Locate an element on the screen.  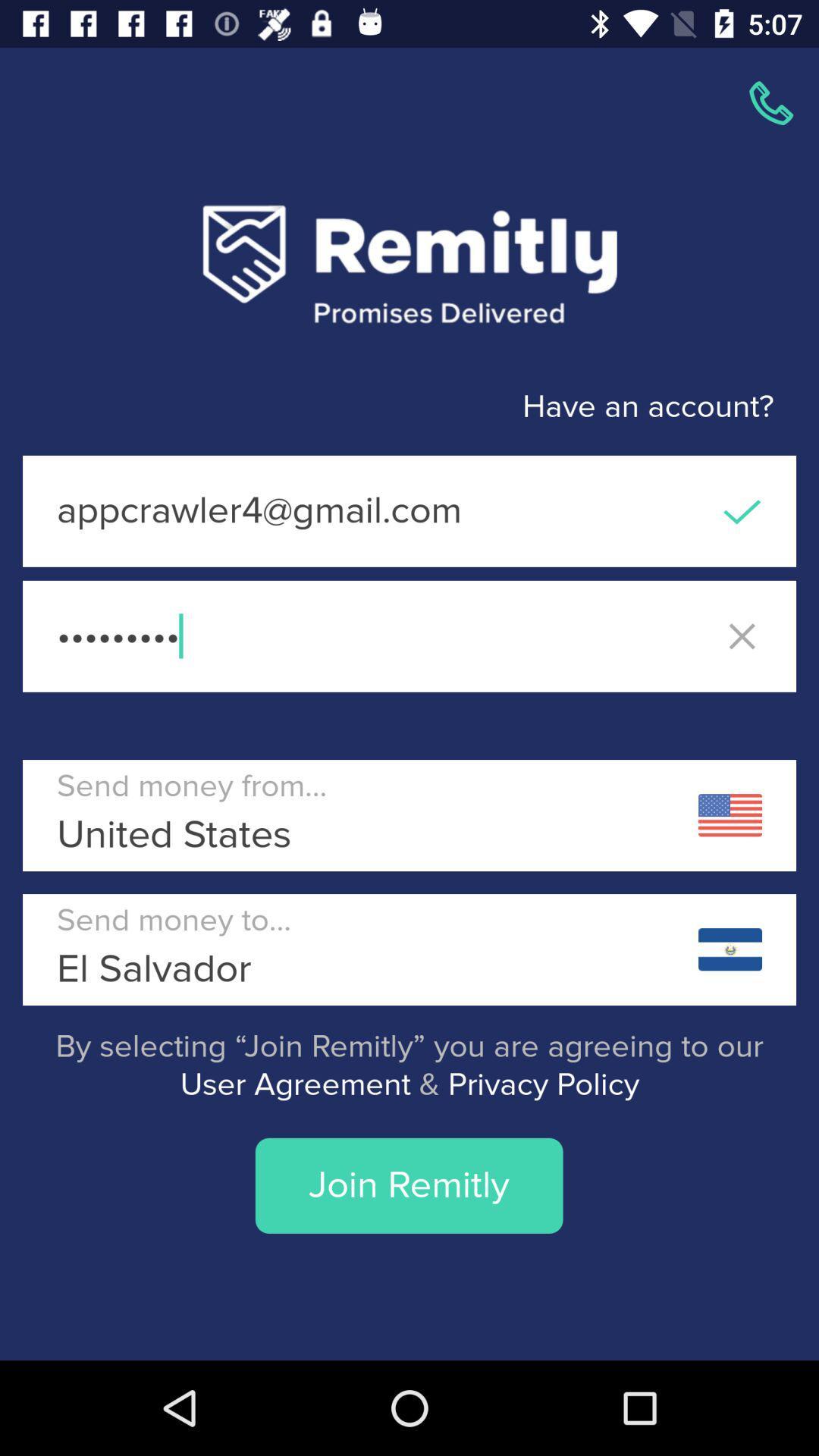
the by selecting join app is located at coordinates (409, 1065).